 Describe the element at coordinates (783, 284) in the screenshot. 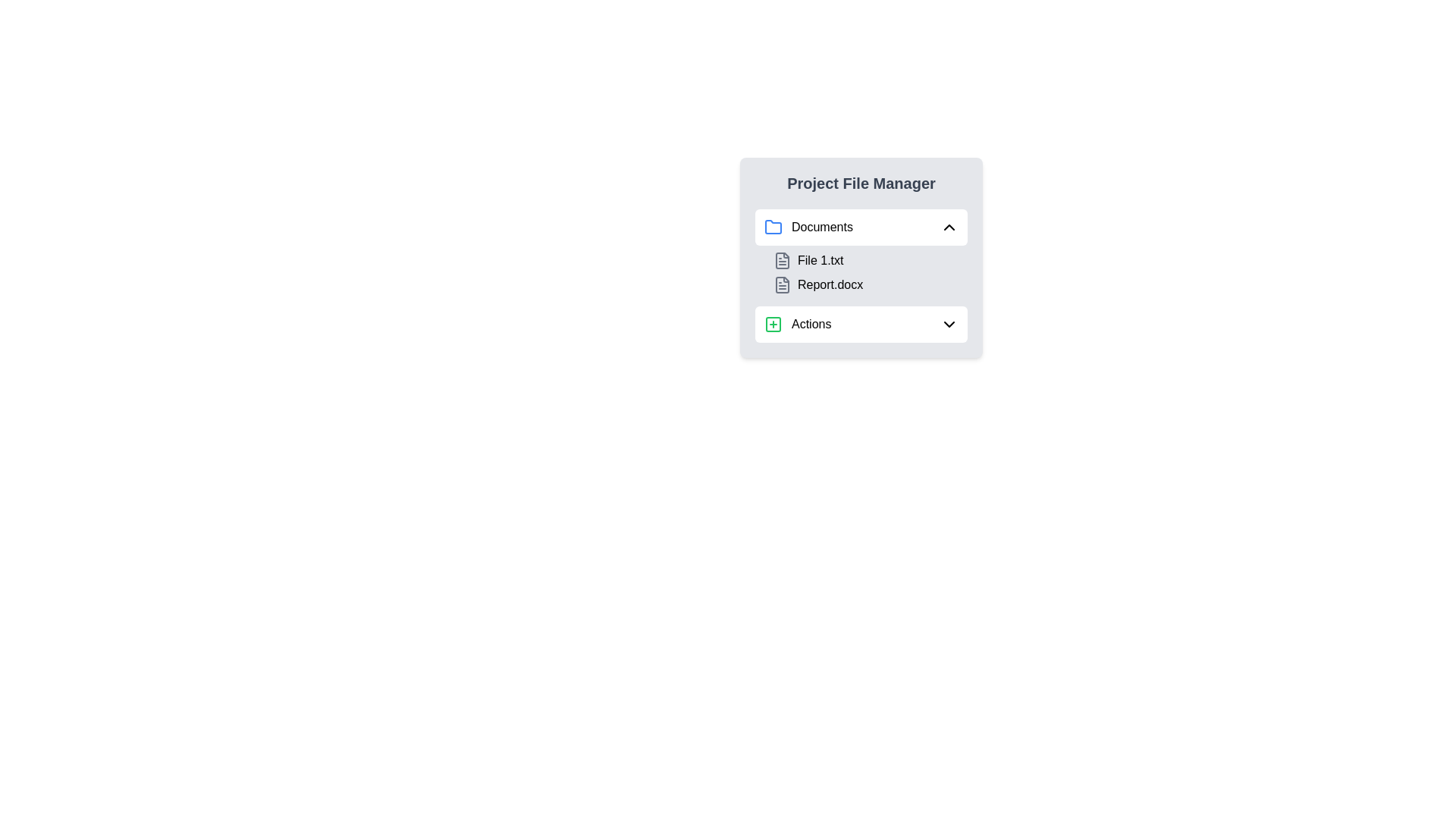

I see `the appearance of the file icon, which resembles a document with a folded corner, located to the left of the text 'Report.docx'` at that location.